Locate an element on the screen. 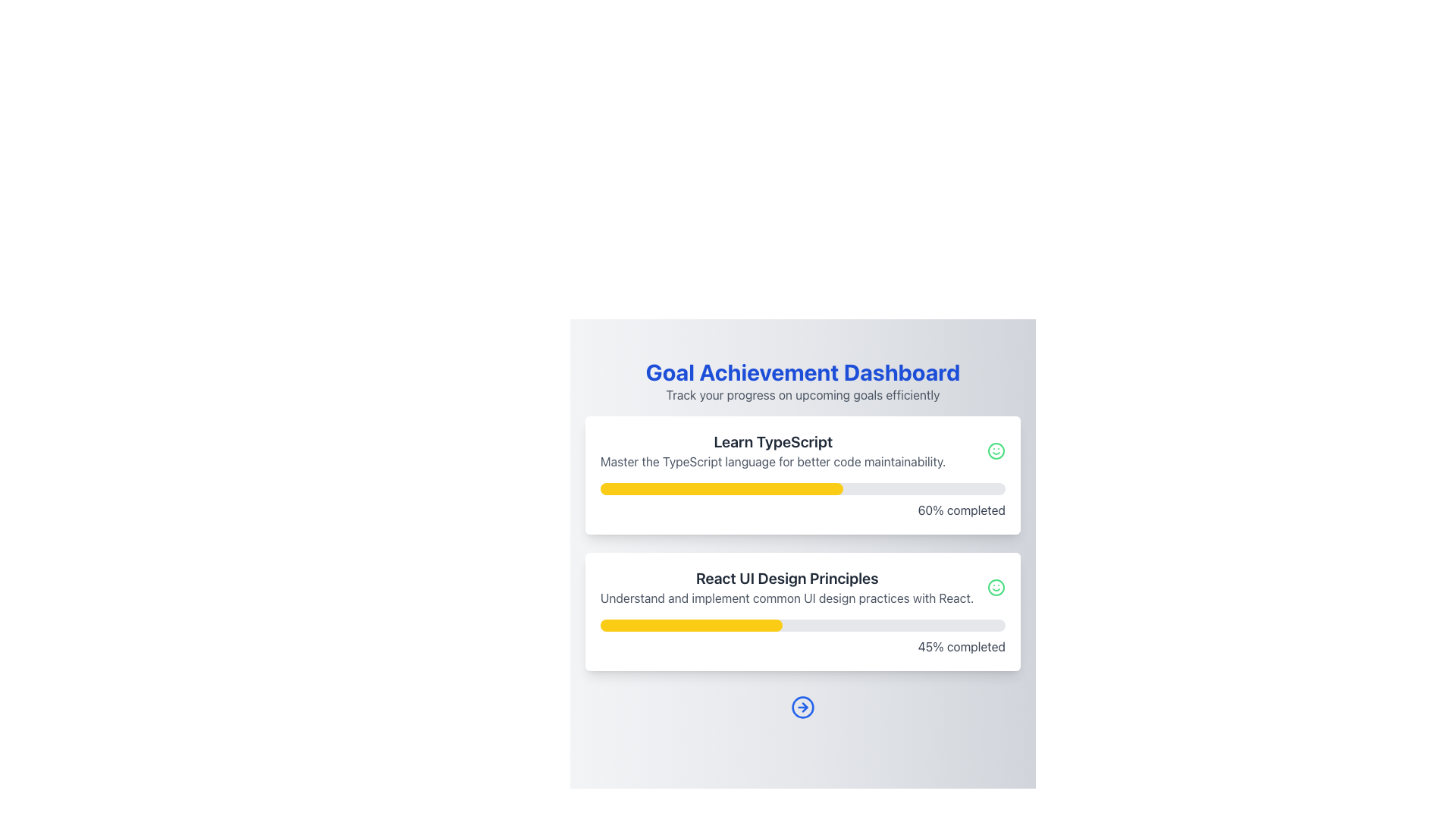 Image resolution: width=1456 pixels, height=819 pixels. the Progress Bar with a yellow background located in the 'Learn TypeScript' section of the Goal Achievement Dashboard is located at coordinates (721, 488).